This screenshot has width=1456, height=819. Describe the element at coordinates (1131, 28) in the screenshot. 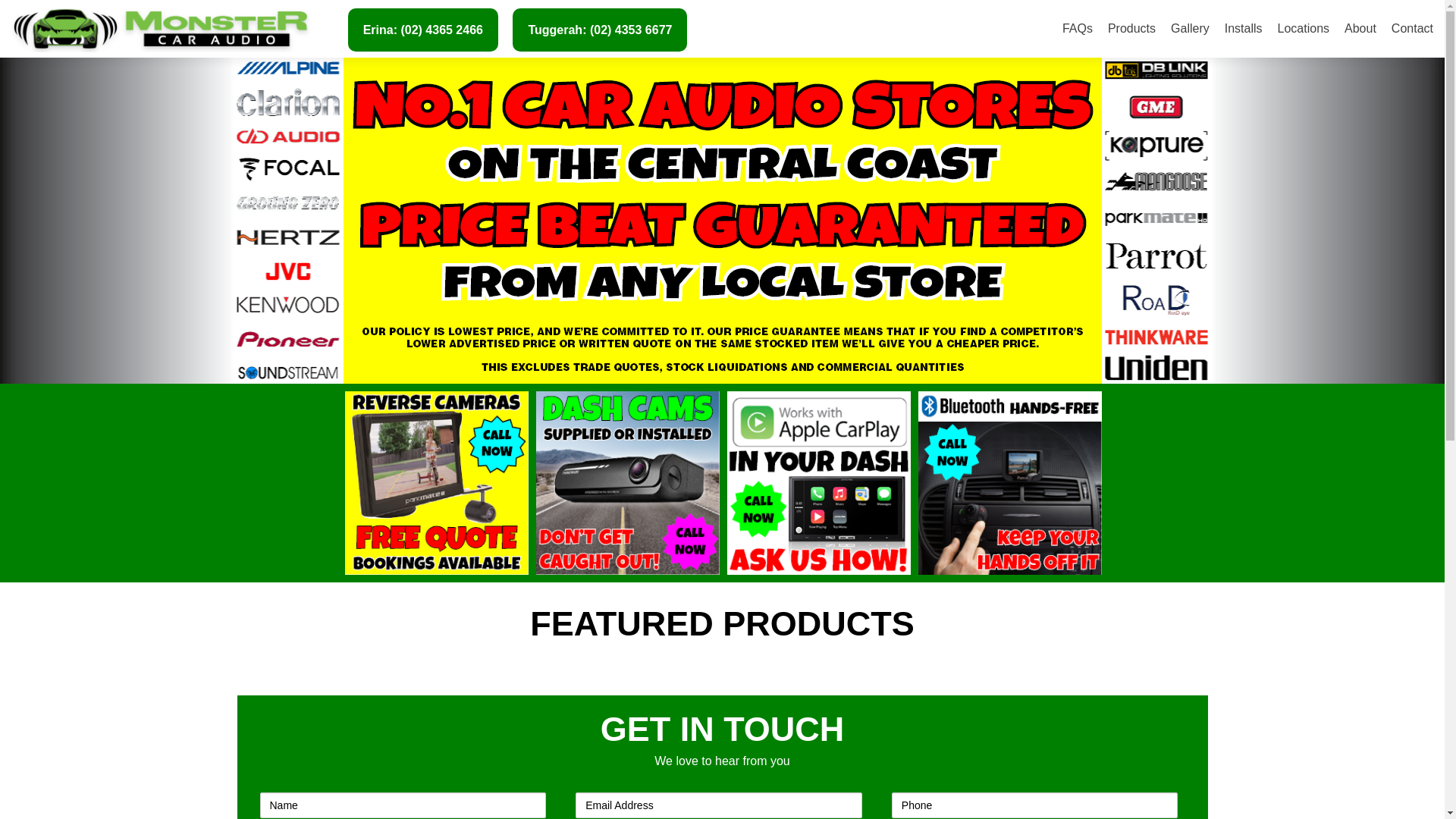

I see `'Products'` at that location.